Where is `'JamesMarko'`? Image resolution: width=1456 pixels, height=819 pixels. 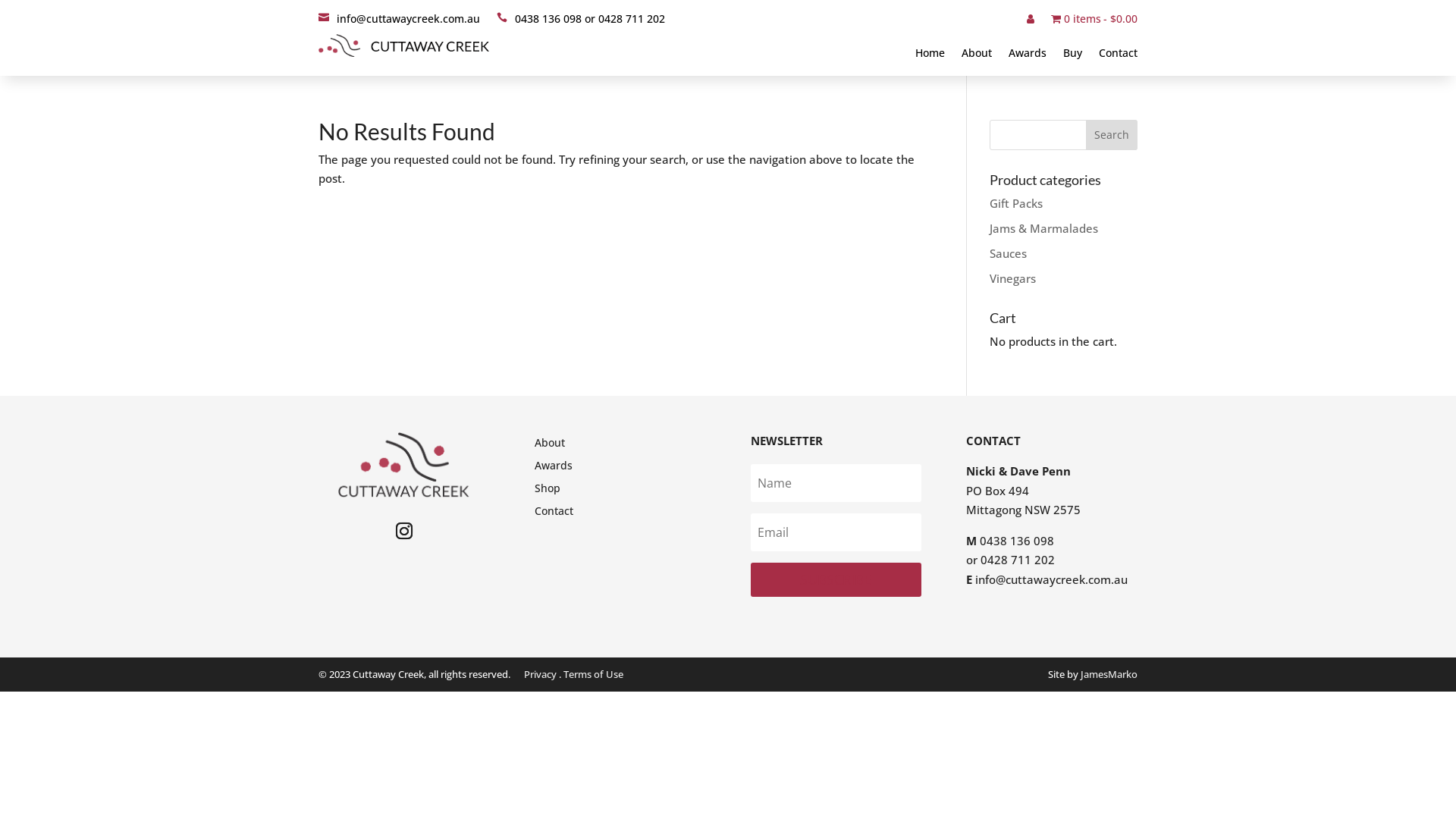 'JamesMarko' is located at coordinates (1080, 673).